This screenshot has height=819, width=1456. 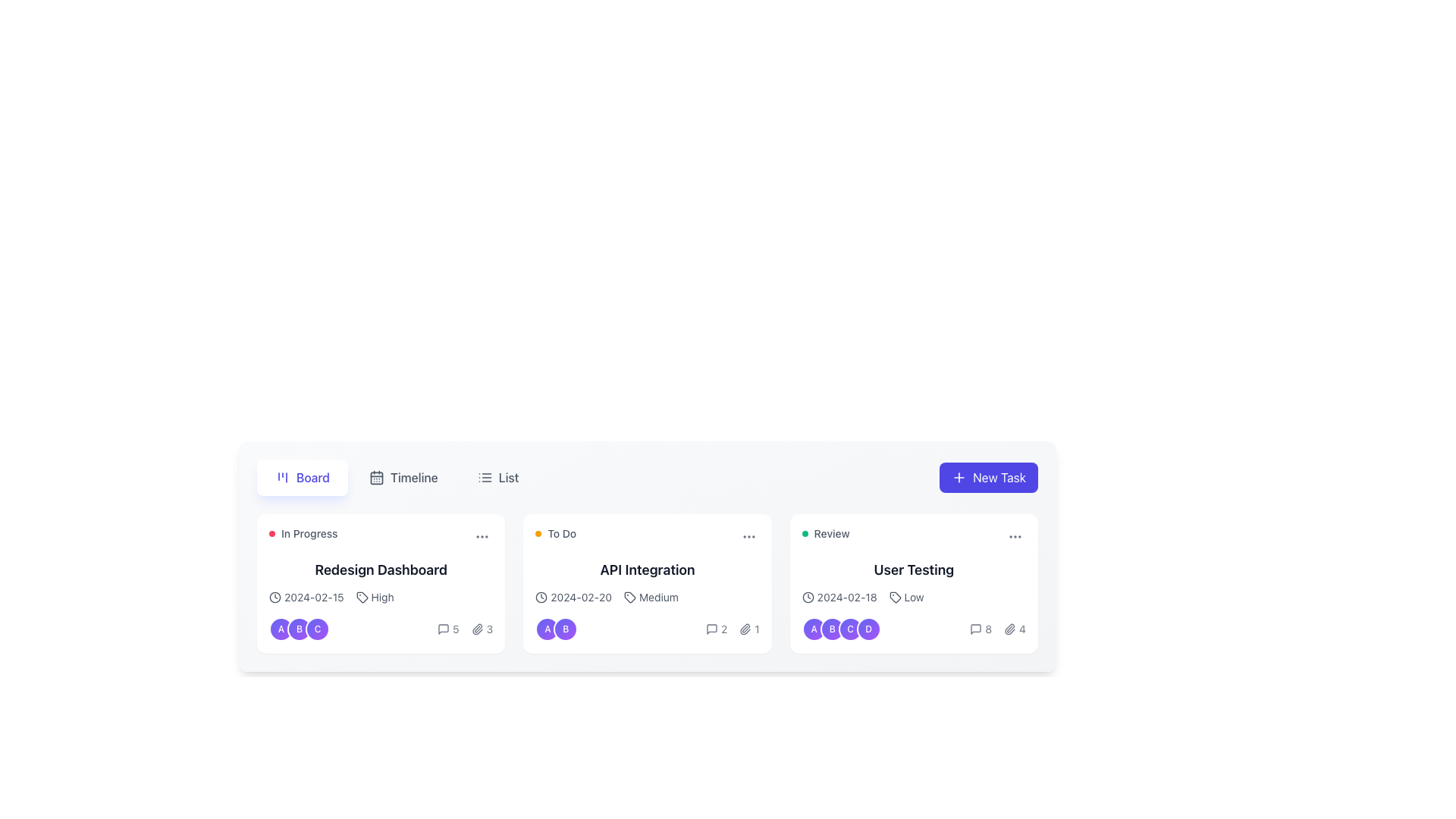 I want to click on the composite display element showing the date '2024-02-15' and the priority tag 'High', so click(x=381, y=596).